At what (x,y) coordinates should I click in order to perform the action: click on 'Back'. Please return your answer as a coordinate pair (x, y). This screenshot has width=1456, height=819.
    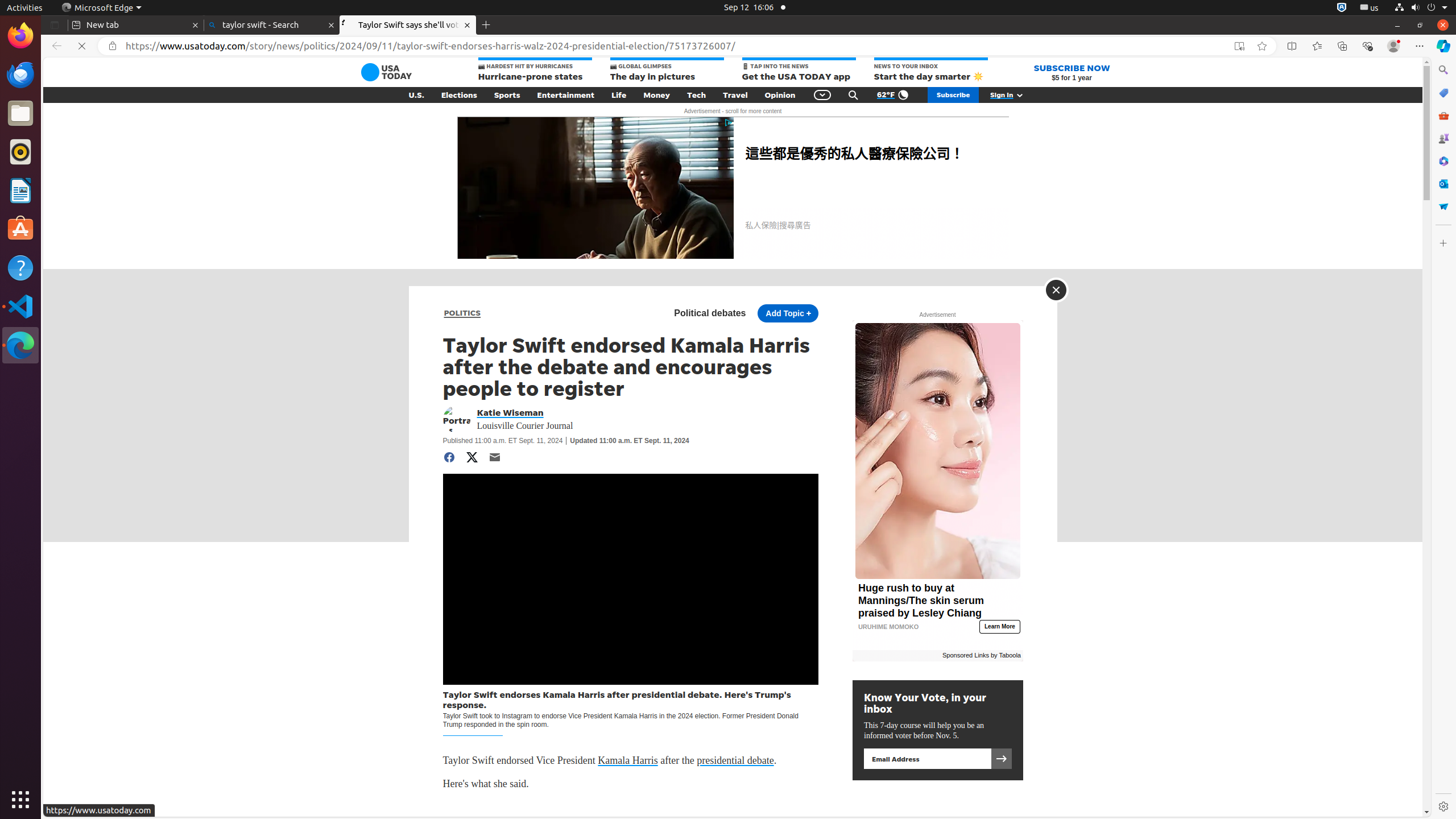
    Looking at the image, I should click on (54, 45).